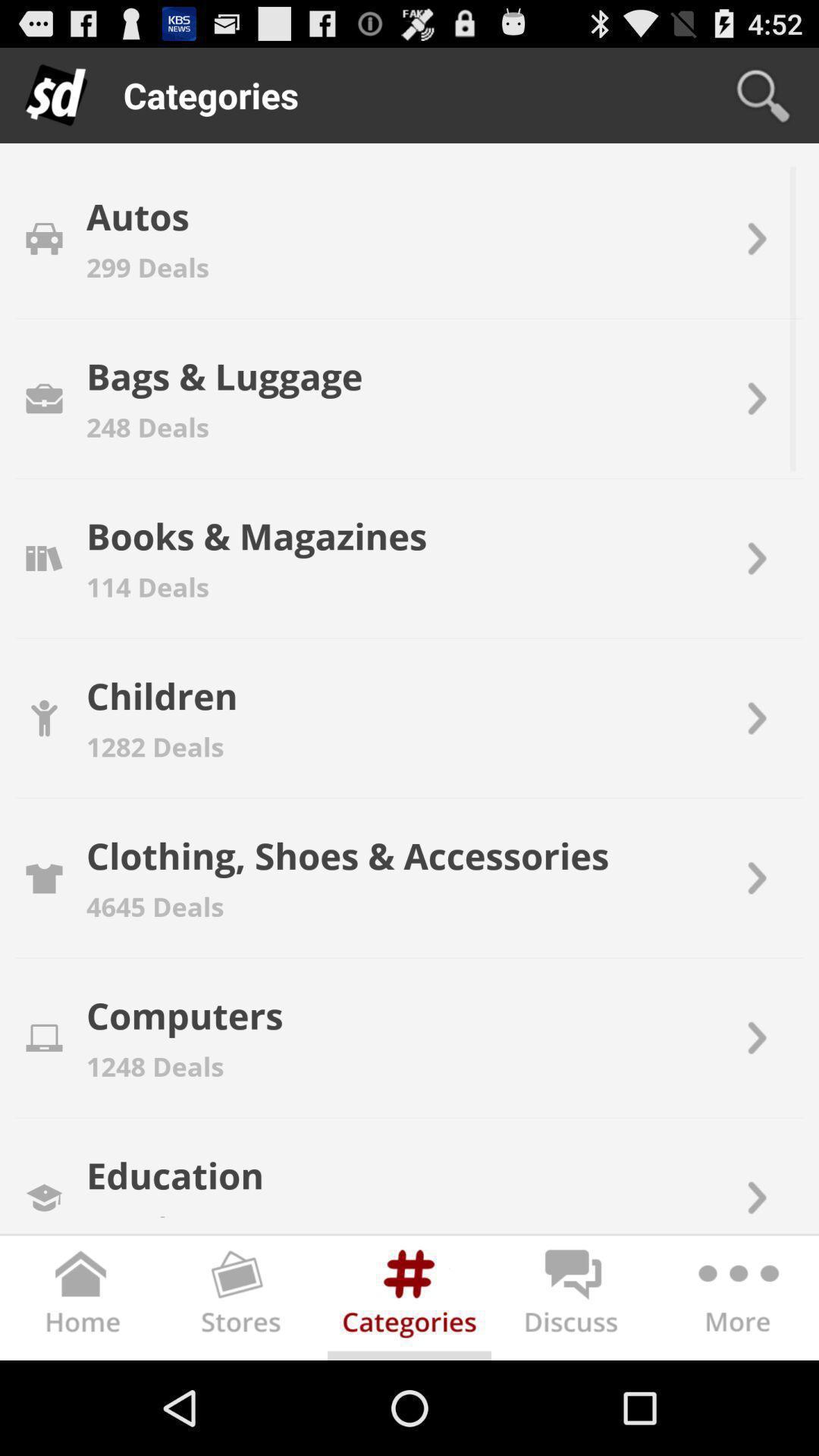 This screenshot has width=819, height=1456. Describe the element at coordinates (409, 1301) in the screenshot. I see `to choose categories option` at that location.